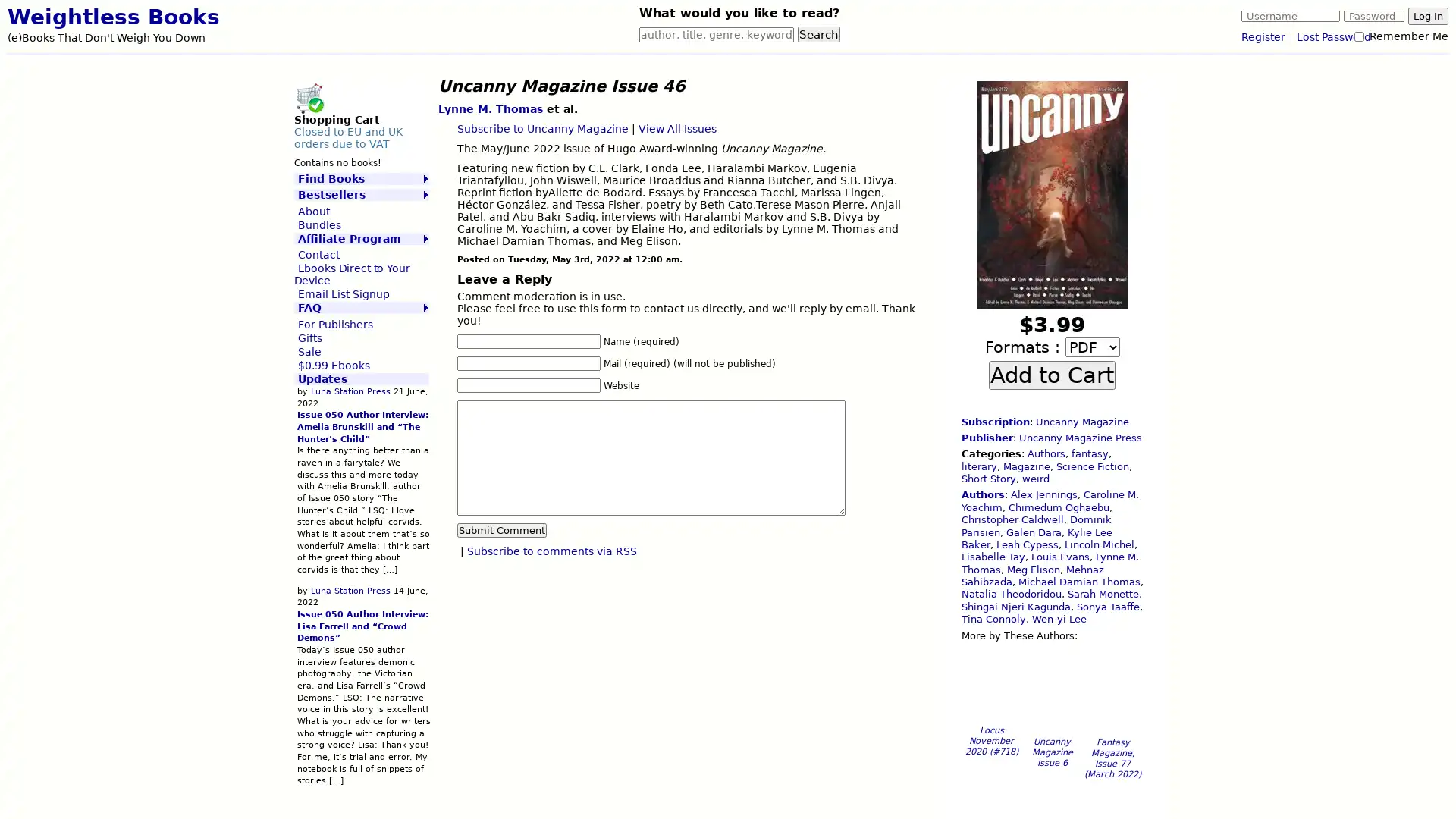 The image size is (1456, 819). I want to click on Log In, so click(1427, 16).